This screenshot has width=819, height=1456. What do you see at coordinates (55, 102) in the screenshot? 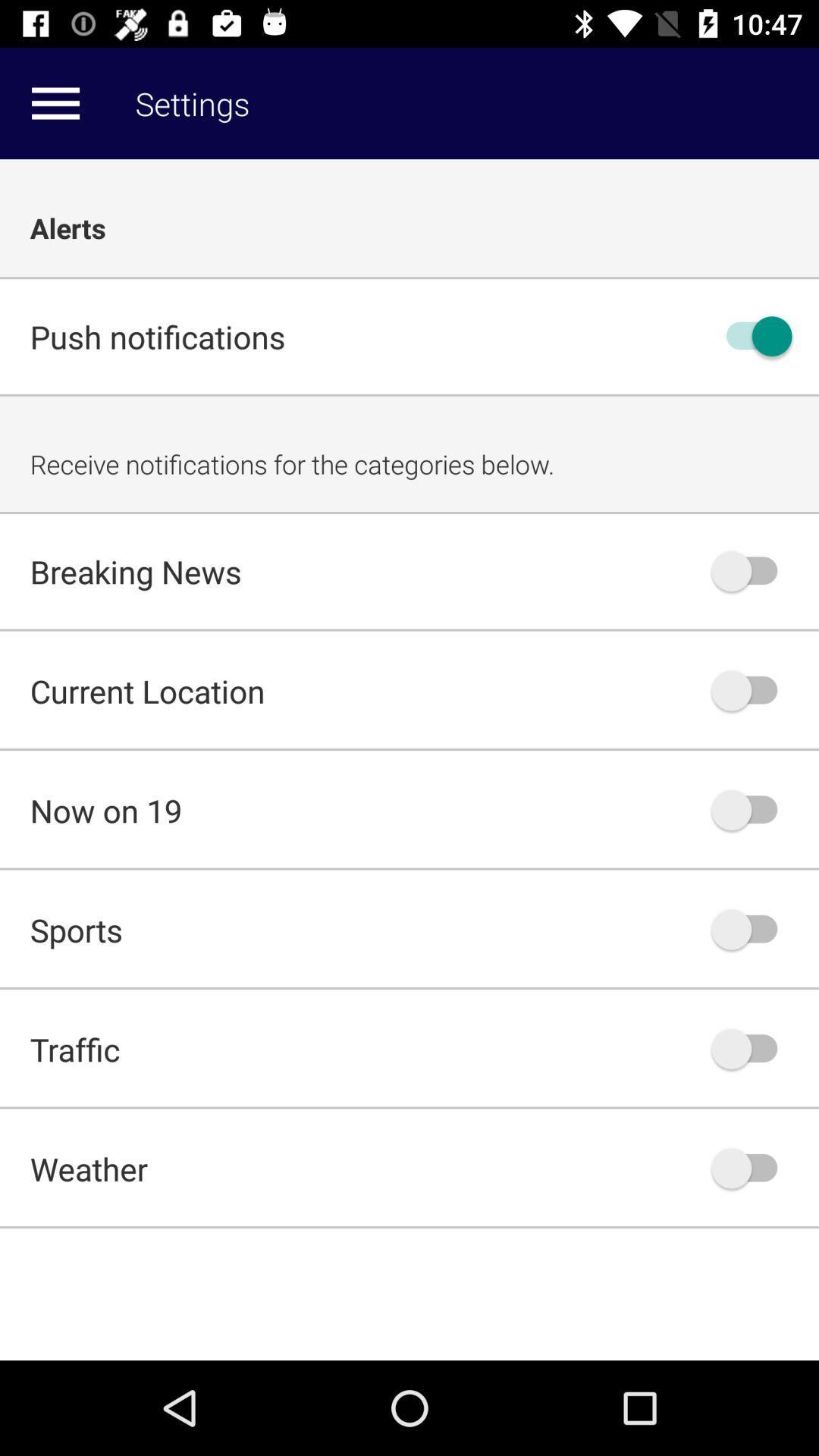
I see `menu` at bounding box center [55, 102].